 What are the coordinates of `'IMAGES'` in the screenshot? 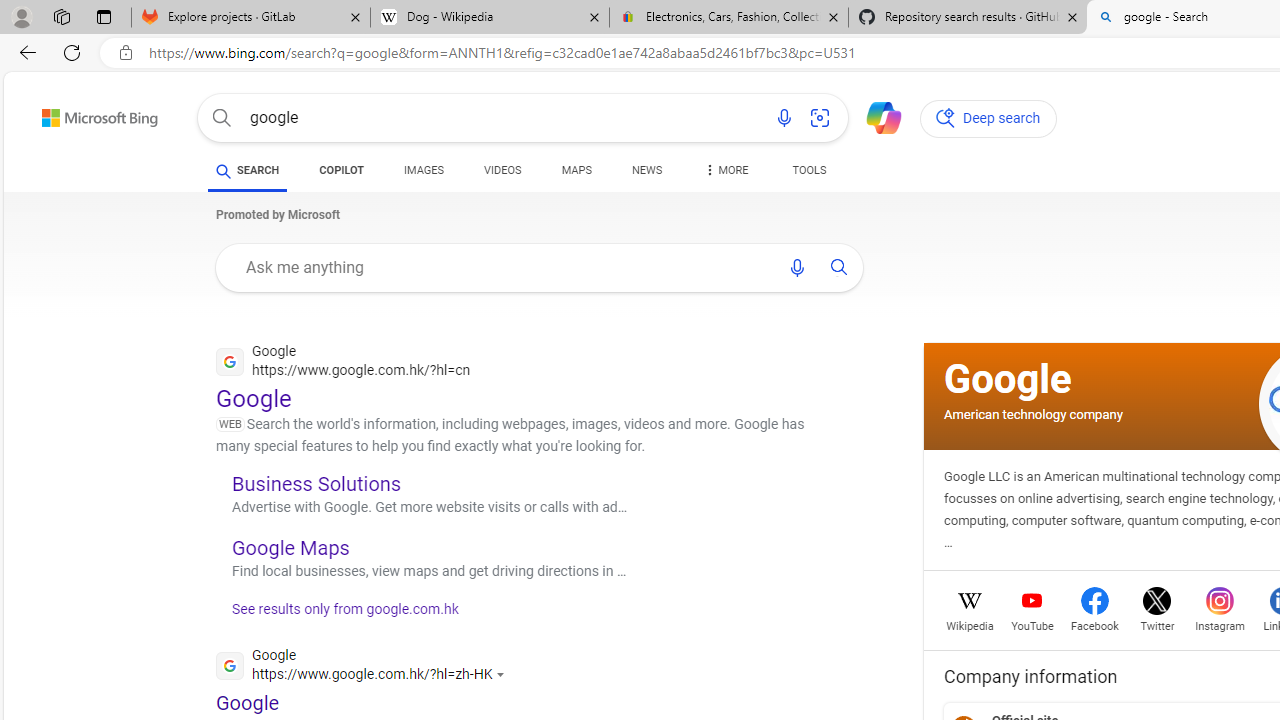 It's located at (423, 172).